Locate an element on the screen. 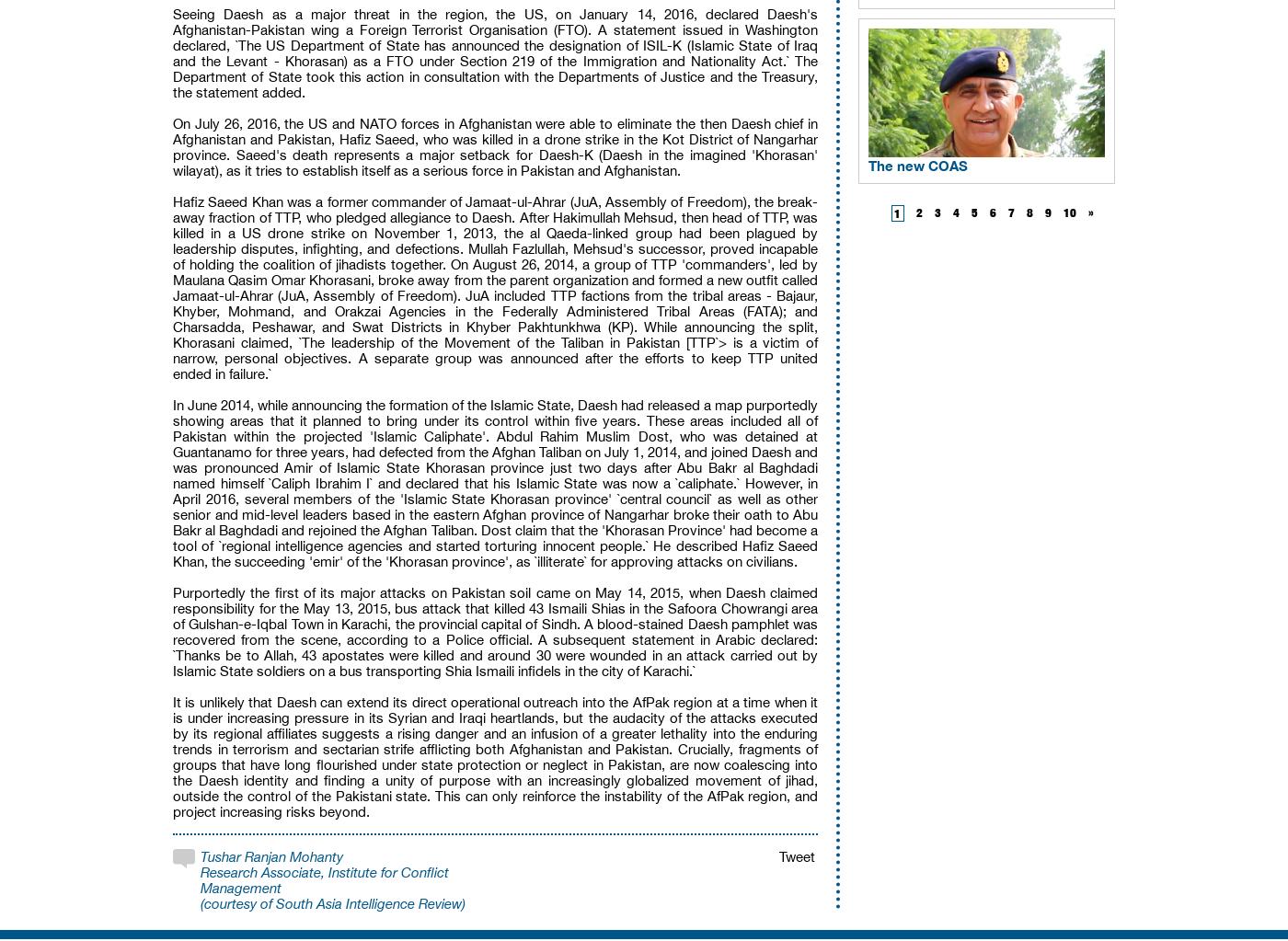 This screenshot has width=1288, height=941. 'Seeing Daesh as a major threat in the region, the US, on January 14, 2016, declared Daesh's Afghanistan-Pakistan wing a Foreign Terrorist Organisation (FTO). A statement issued in Washington declared, `The US Department of State has announced the designation of ISIL-K (Islamic State of Iraq and the Levant - Khorasan) as a FTO under Section 219 of the Immigration and Nationality Act.` The Department of State took this action in consultation with the Departments of Justice and the Treasury, the statement added.' is located at coordinates (495, 52).